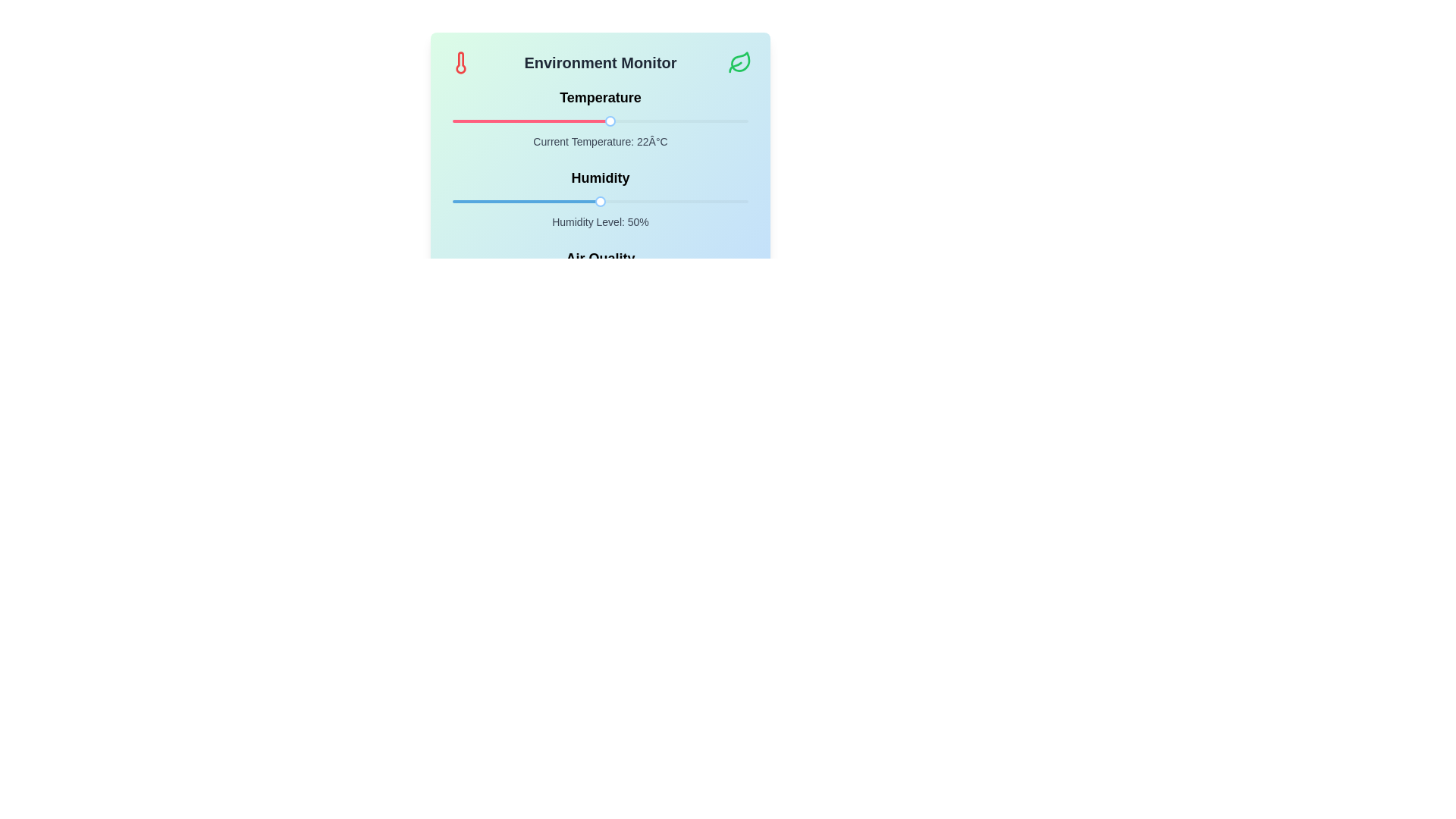 The image size is (1456, 819). What do you see at coordinates (582, 201) in the screenshot?
I see `slider value` at bounding box center [582, 201].